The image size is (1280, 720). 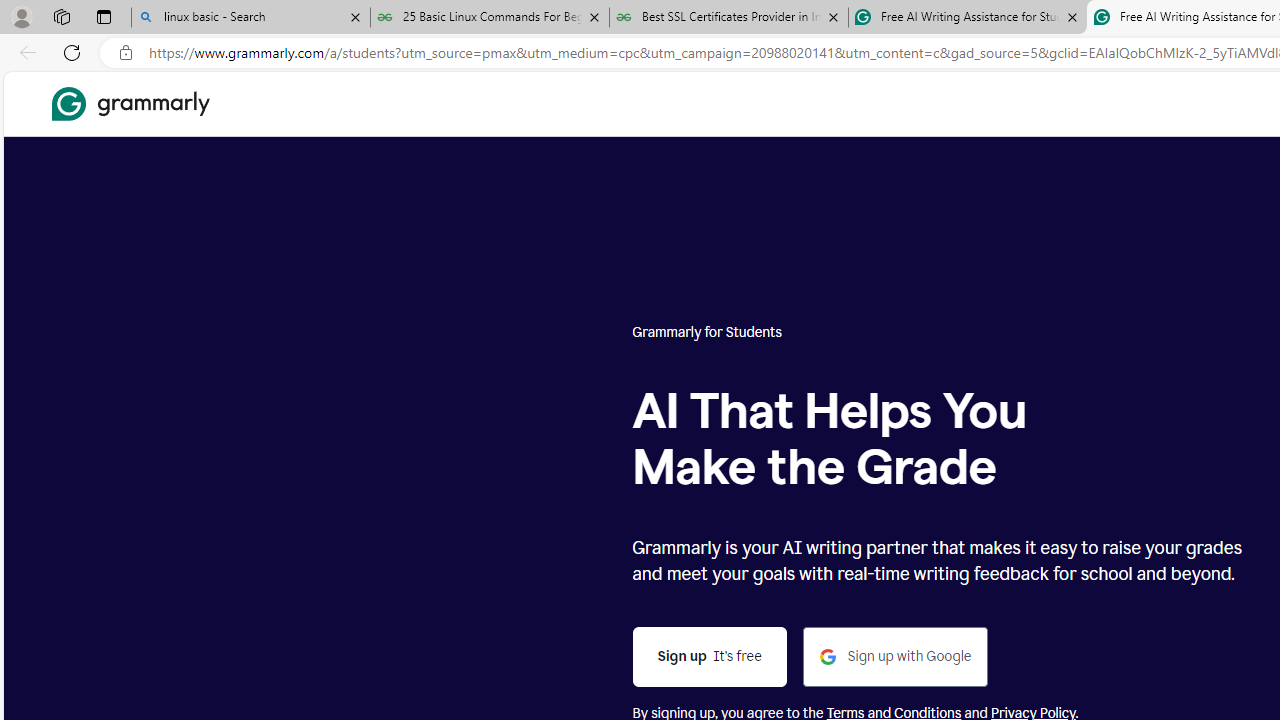 I want to click on 'Grammarly Home', so click(x=130, y=104).